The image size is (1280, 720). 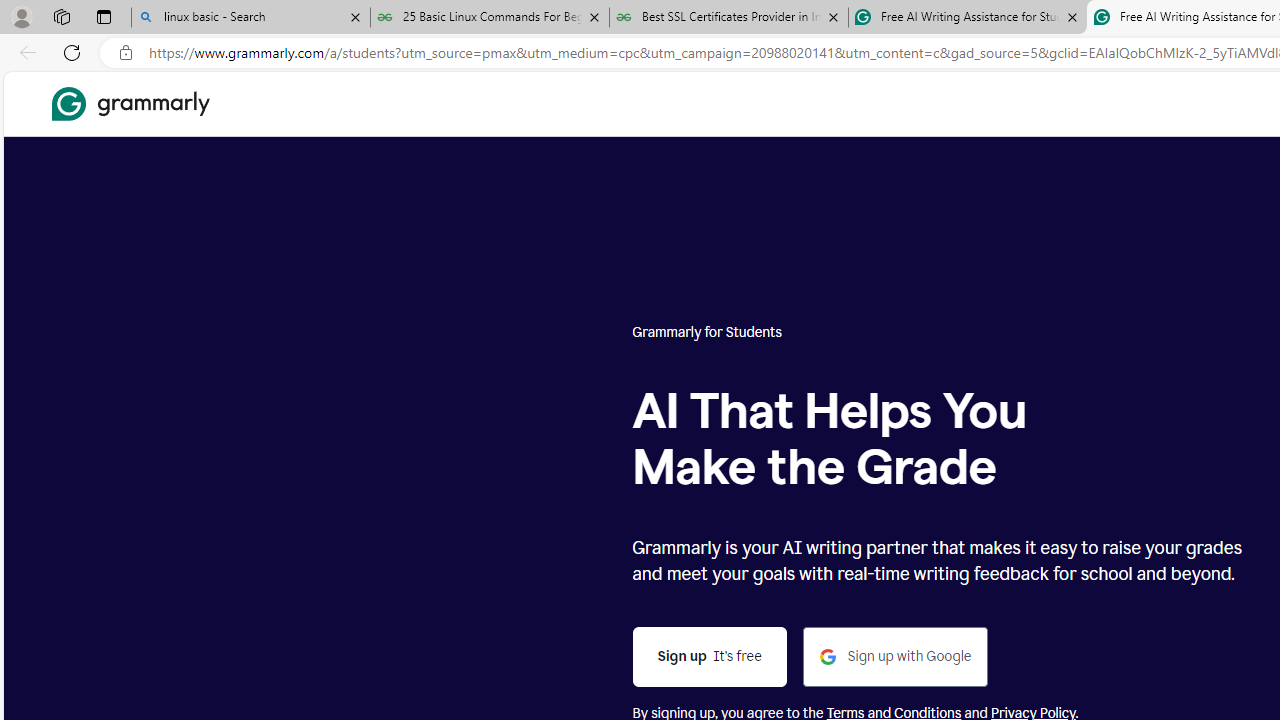 I want to click on 'Grammarly Home', so click(x=130, y=104).